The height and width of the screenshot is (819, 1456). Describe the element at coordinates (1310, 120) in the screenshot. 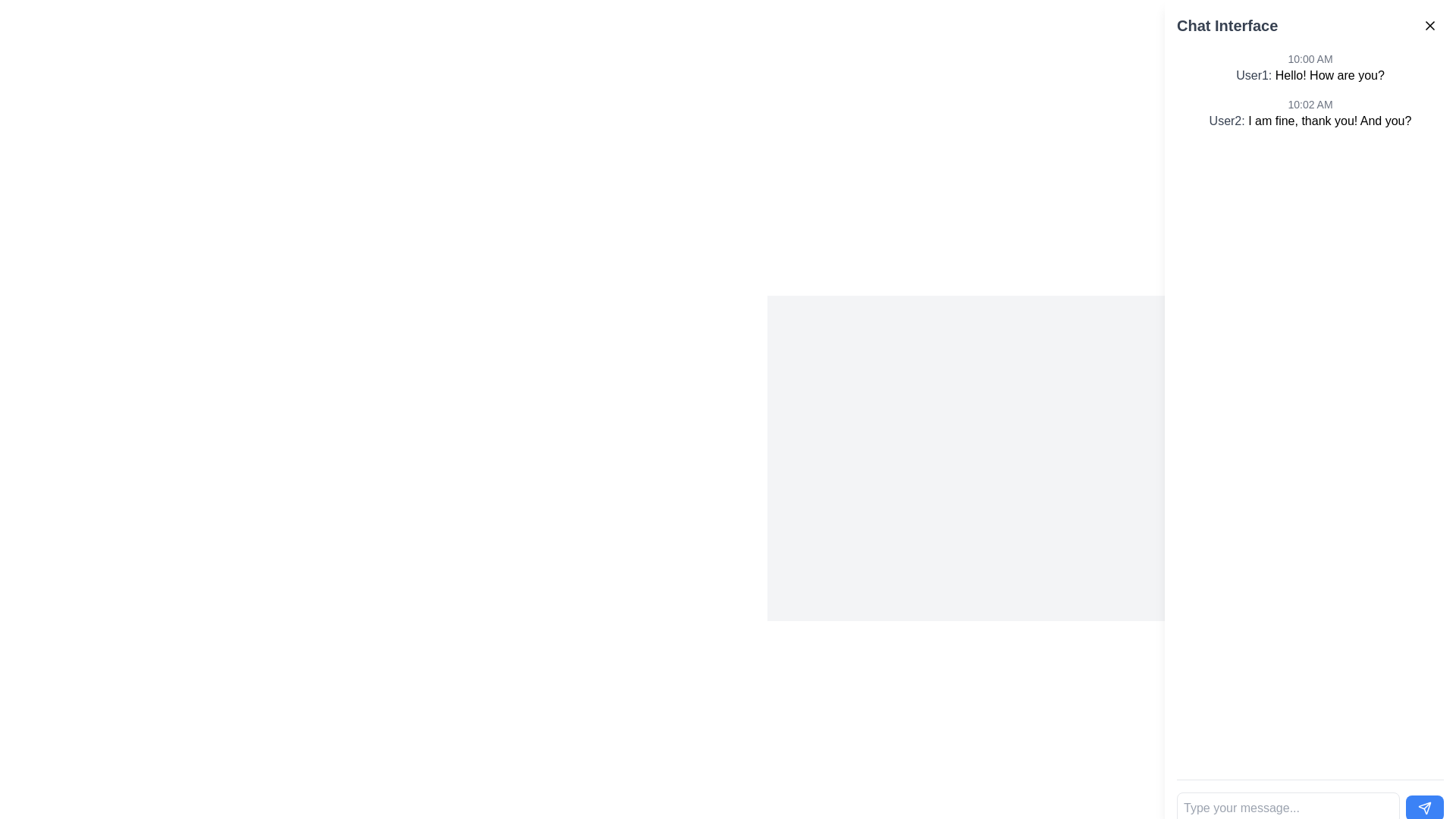

I see `the text message component displaying 'User2: I am fine, thank you! And you?' in the chat interface, which is aligned to the right and positioned below the timestamp '10:02 AM'` at that location.